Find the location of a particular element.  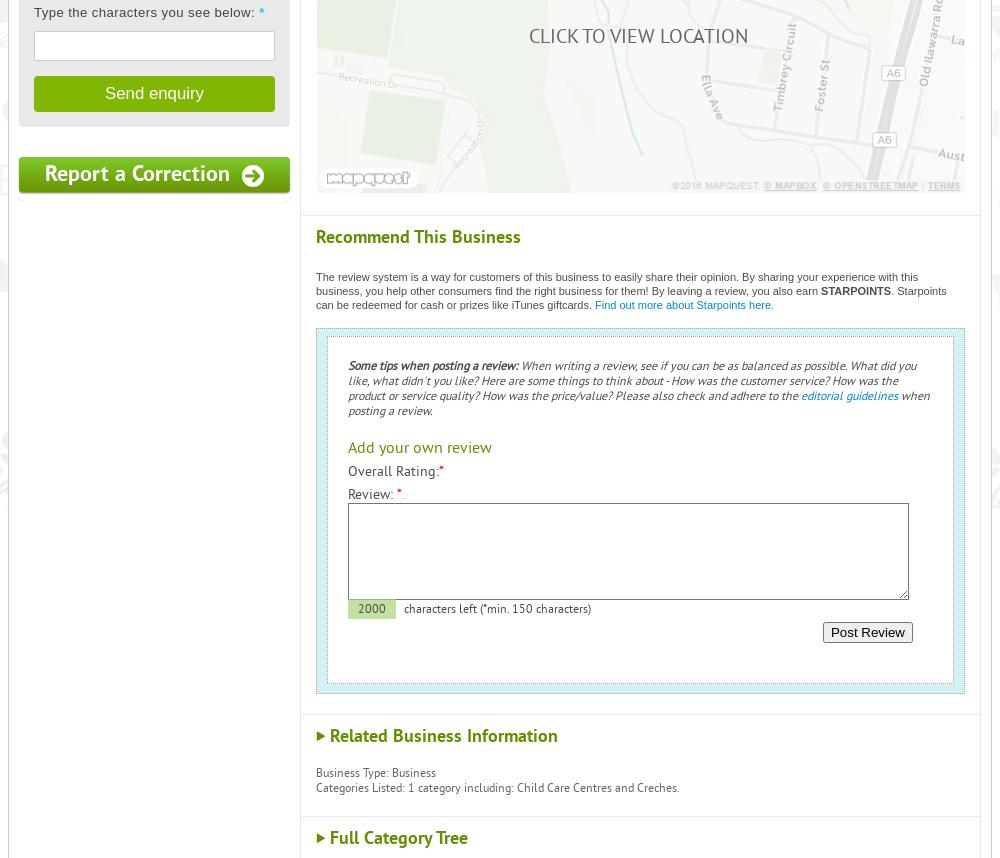

'The review system is a way for customers of this business to easily share their opinion. By sharing your experience with this business, you help other consumers find the right business for them! By leaving a review, you also earn' is located at coordinates (616, 283).